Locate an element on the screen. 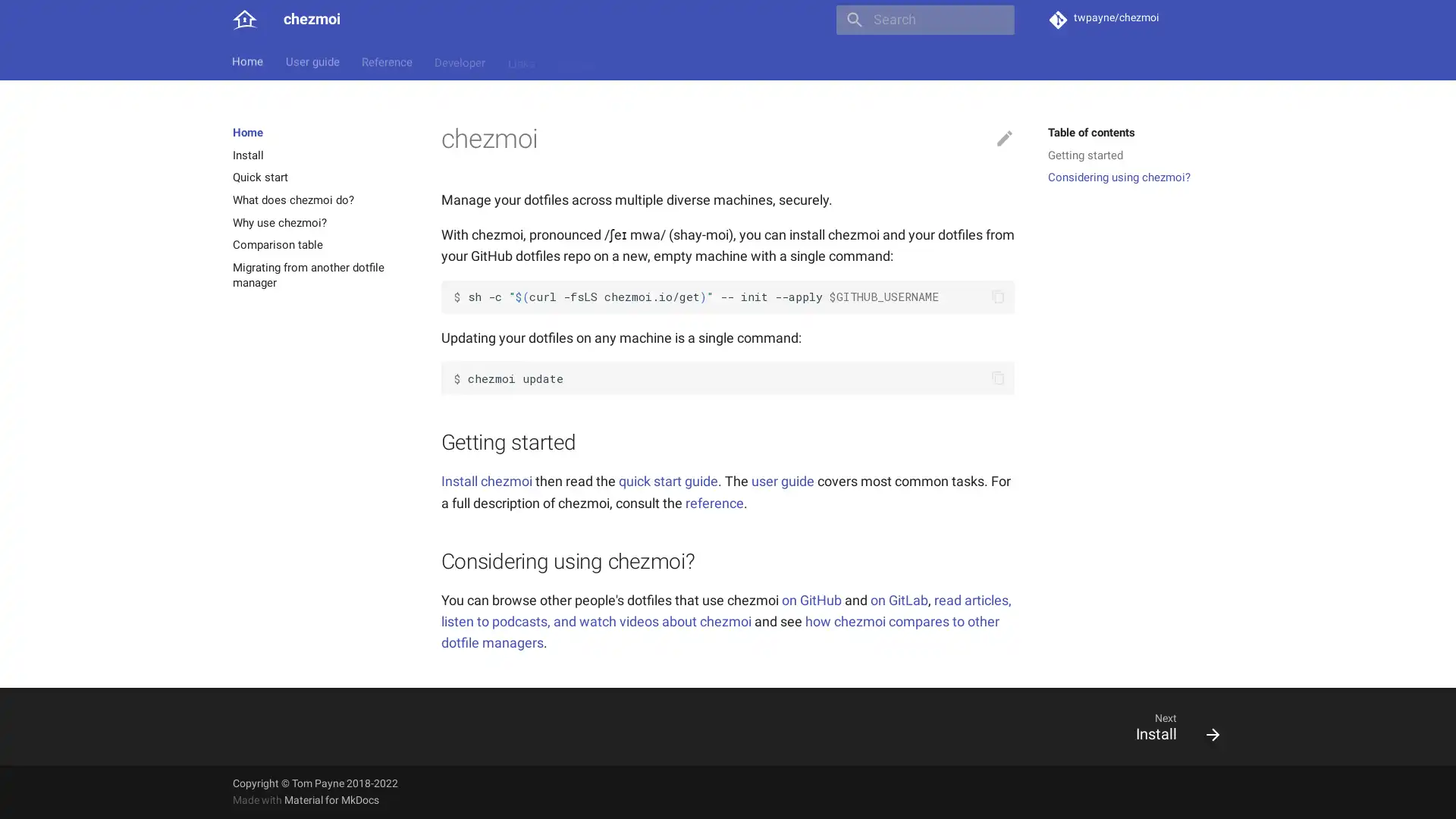  Copy to clipboard is located at coordinates (997, 297).